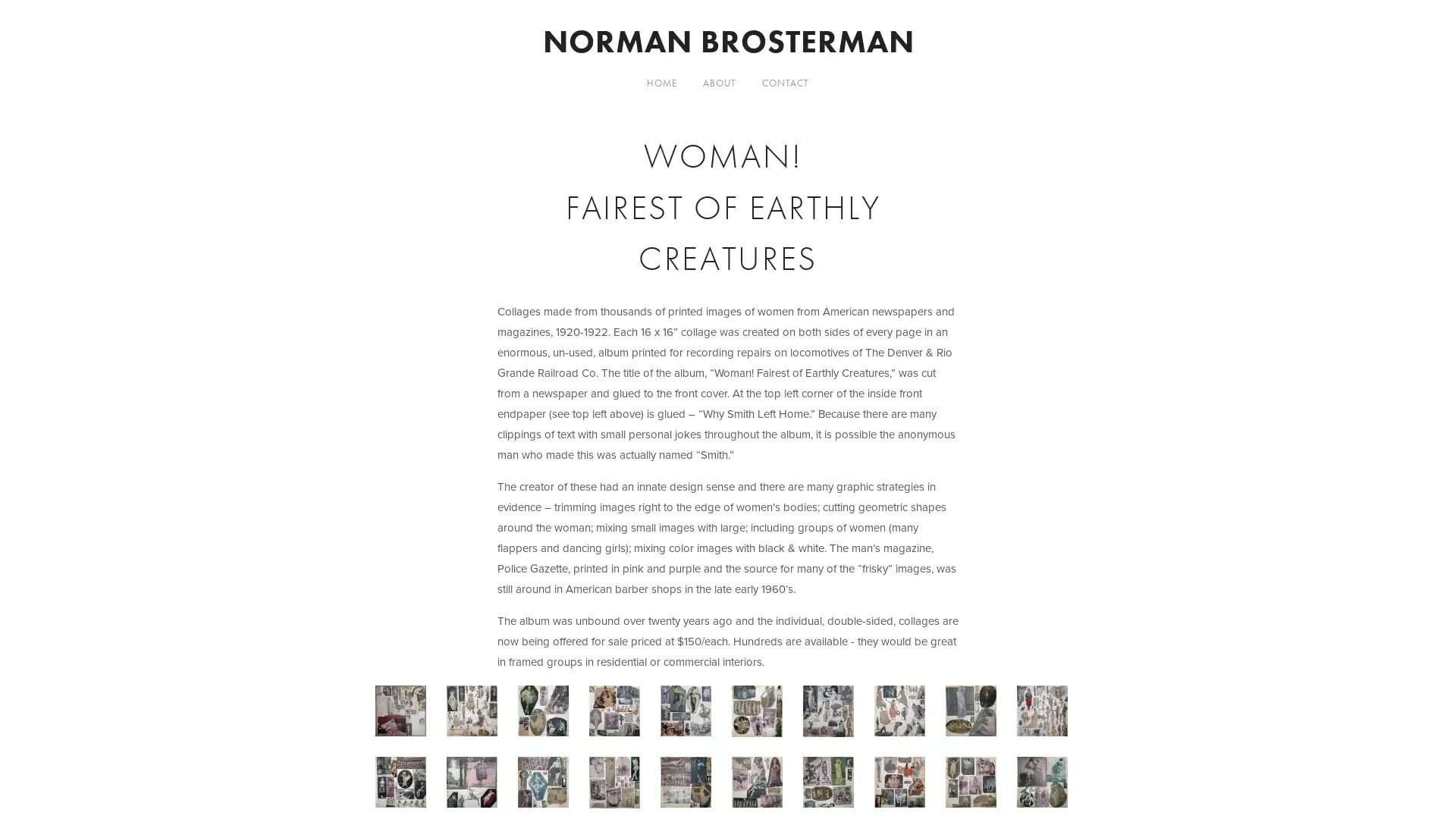  I want to click on View fullsize Smith 39.jpg, so click(833, 717).